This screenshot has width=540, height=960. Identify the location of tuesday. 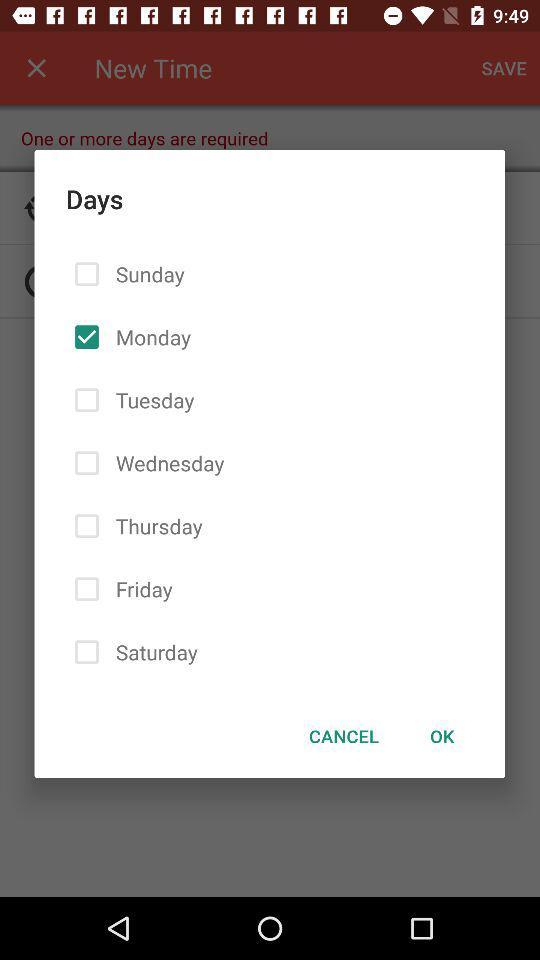
(150, 399).